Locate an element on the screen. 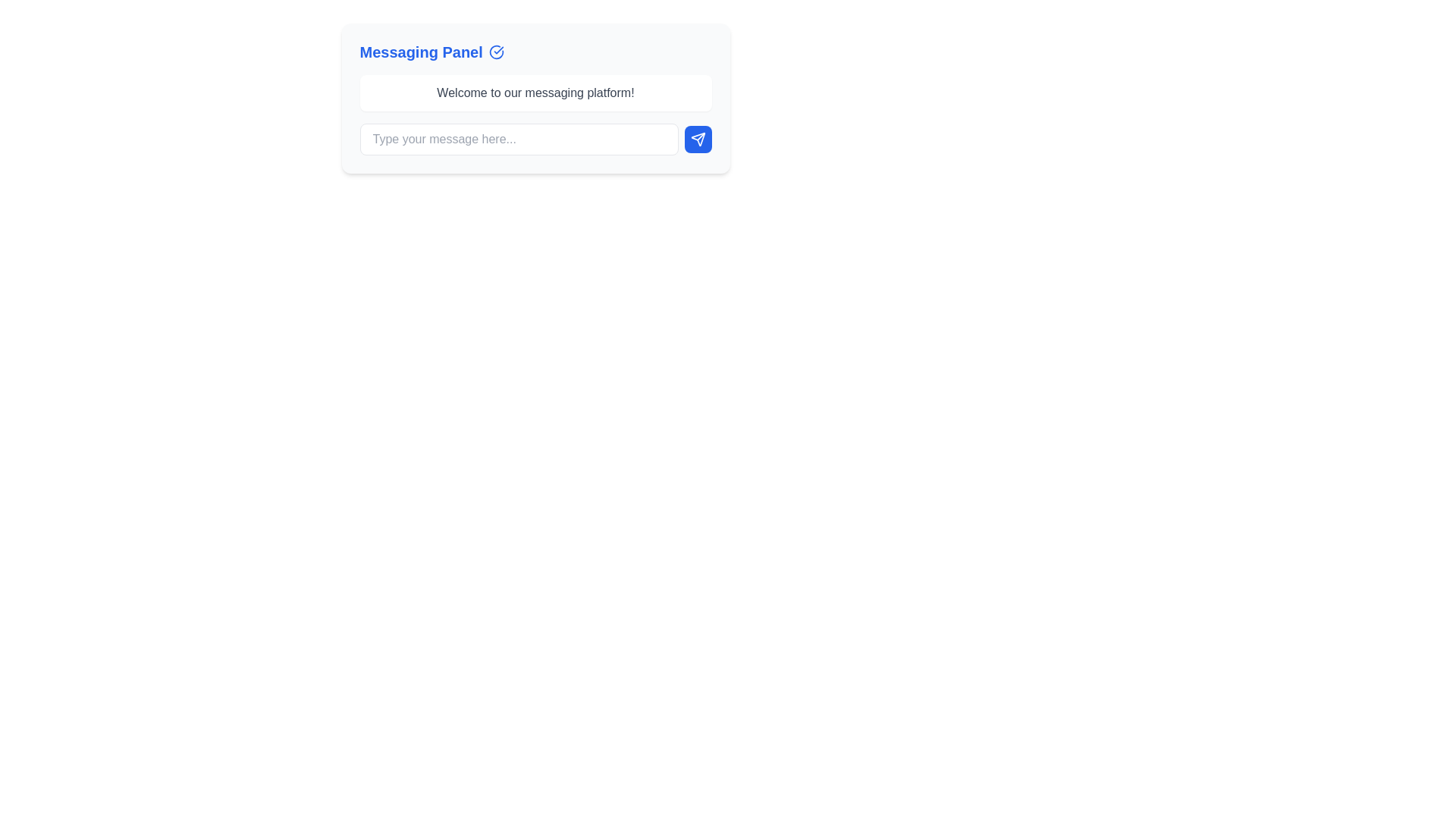 The width and height of the screenshot is (1456, 819). the send button located in the messaging input panel is located at coordinates (697, 140).